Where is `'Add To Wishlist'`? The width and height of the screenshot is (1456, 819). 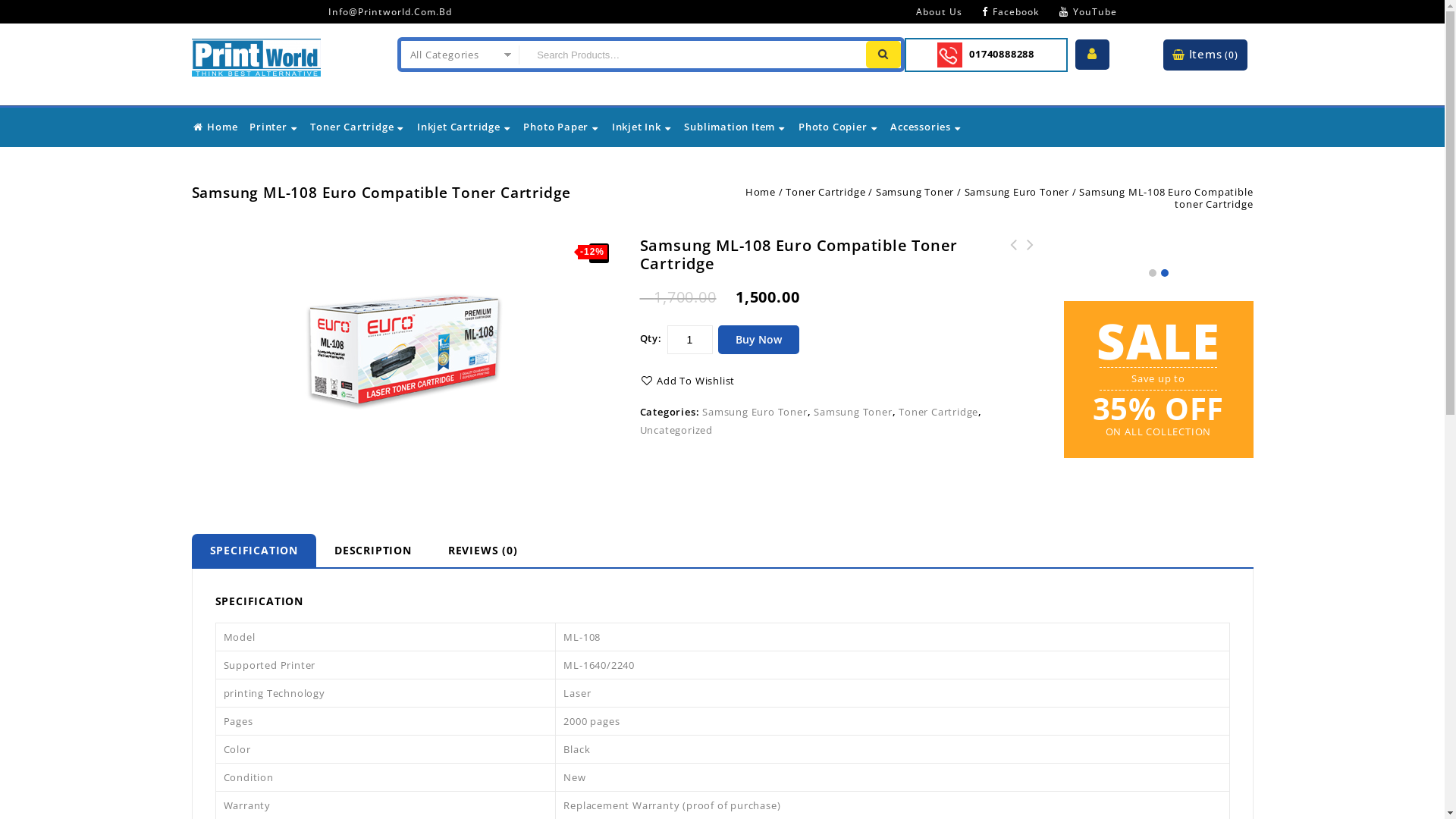
'Add To Wishlist' is located at coordinates (687, 379).